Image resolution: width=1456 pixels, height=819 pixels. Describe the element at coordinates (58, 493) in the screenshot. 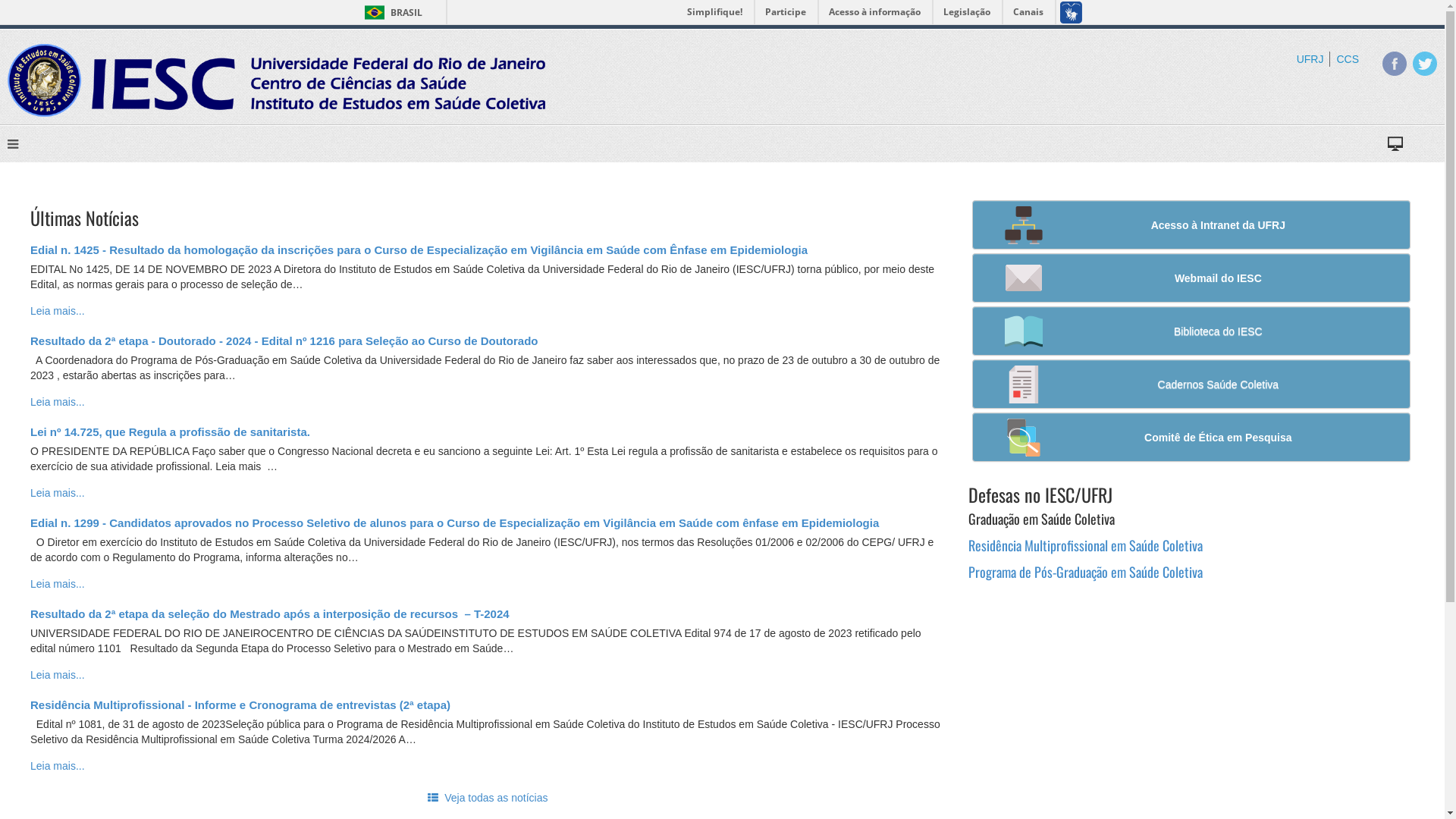

I see `'Leia mais...'` at that location.